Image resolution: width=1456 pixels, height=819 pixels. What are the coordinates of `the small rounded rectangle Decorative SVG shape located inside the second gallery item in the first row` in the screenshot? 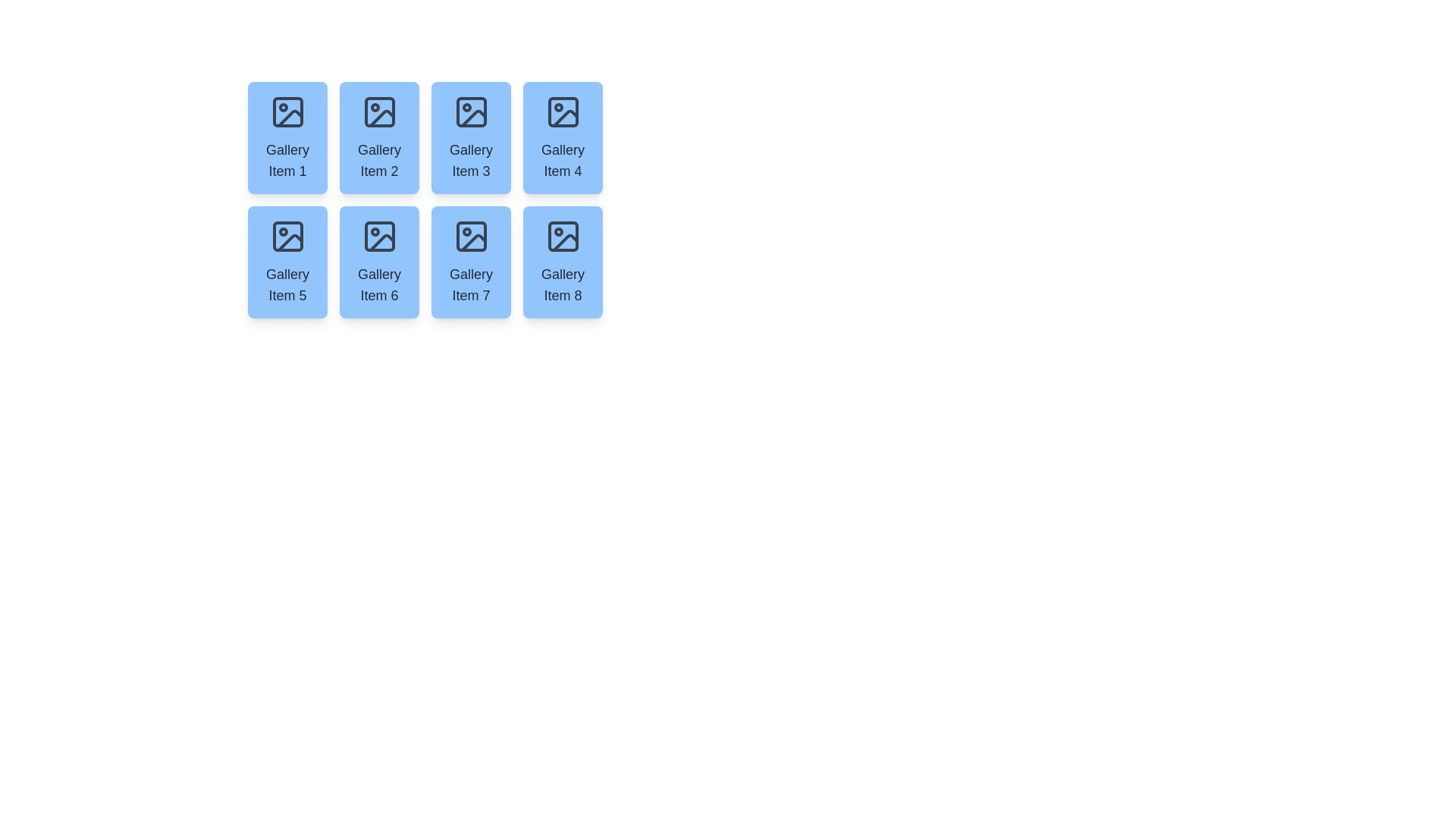 It's located at (379, 111).